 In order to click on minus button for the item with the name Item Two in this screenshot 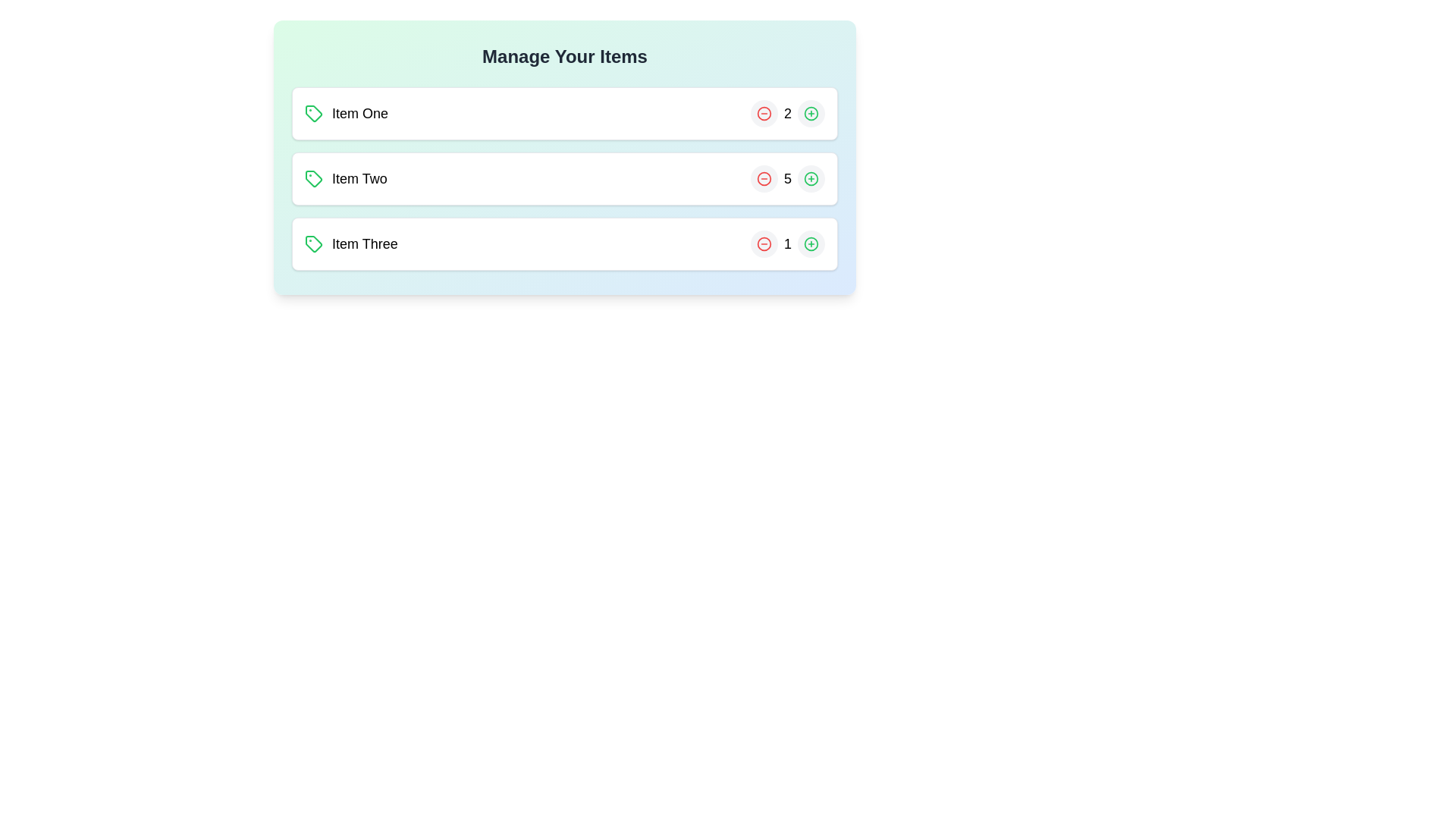, I will do `click(764, 177)`.